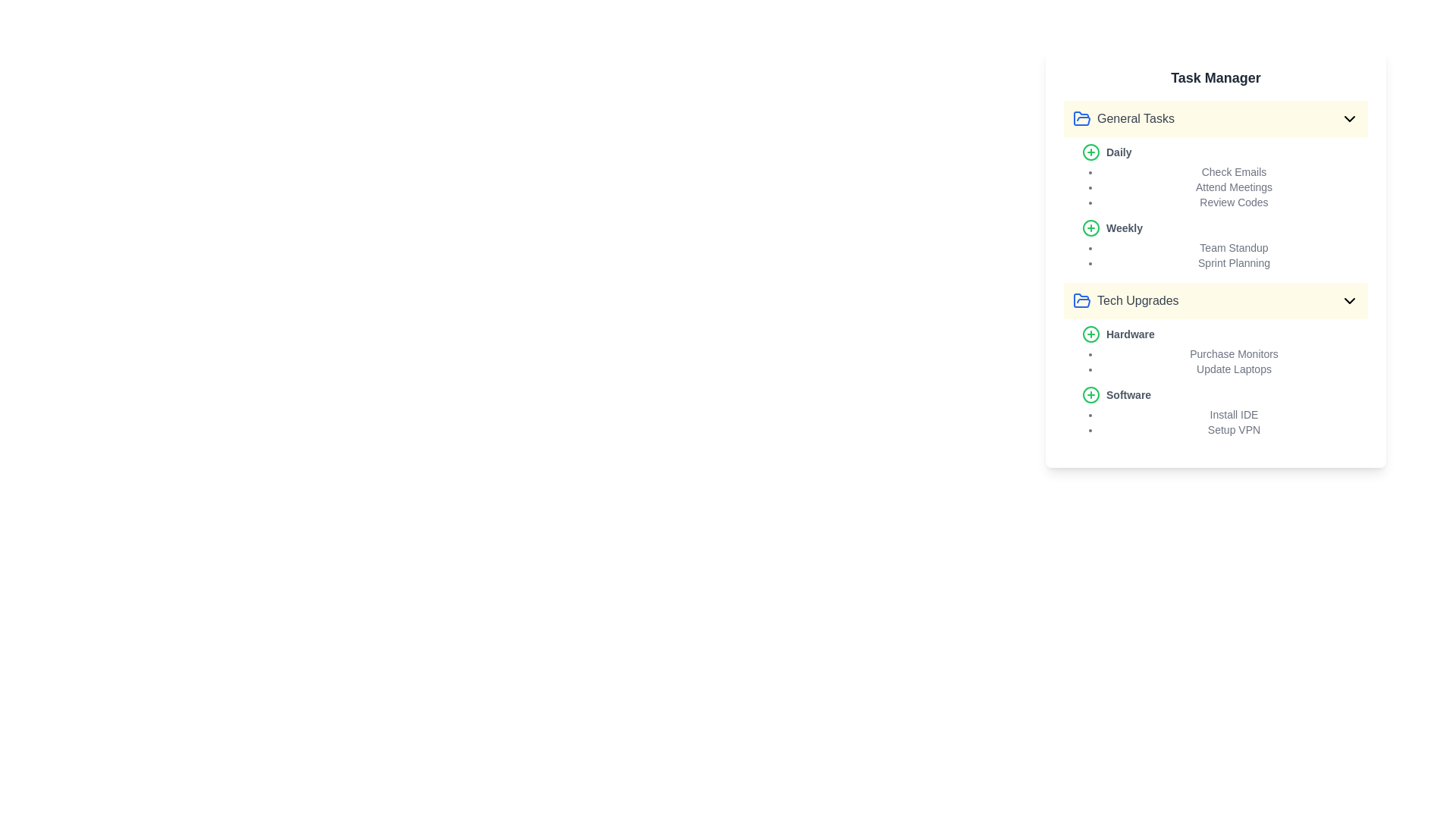 This screenshot has height=819, width=1456. What do you see at coordinates (1234, 247) in the screenshot?
I see `the static text label representing the first task in the 'Weekly' tasks group under 'General Tasks'` at bounding box center [1234, 247].